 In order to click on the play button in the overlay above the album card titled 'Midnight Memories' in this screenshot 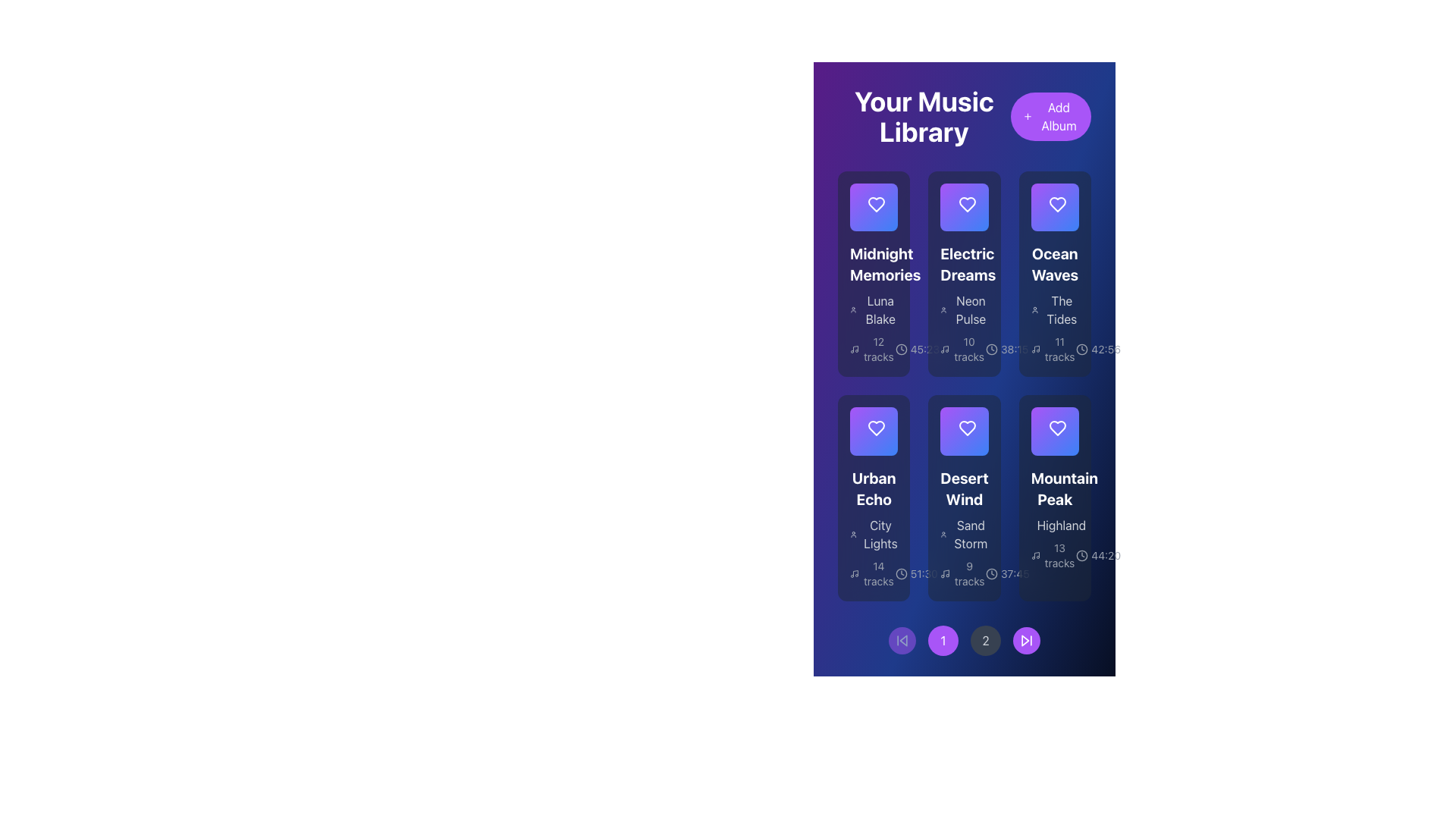, I will do `click(874, 207)`.